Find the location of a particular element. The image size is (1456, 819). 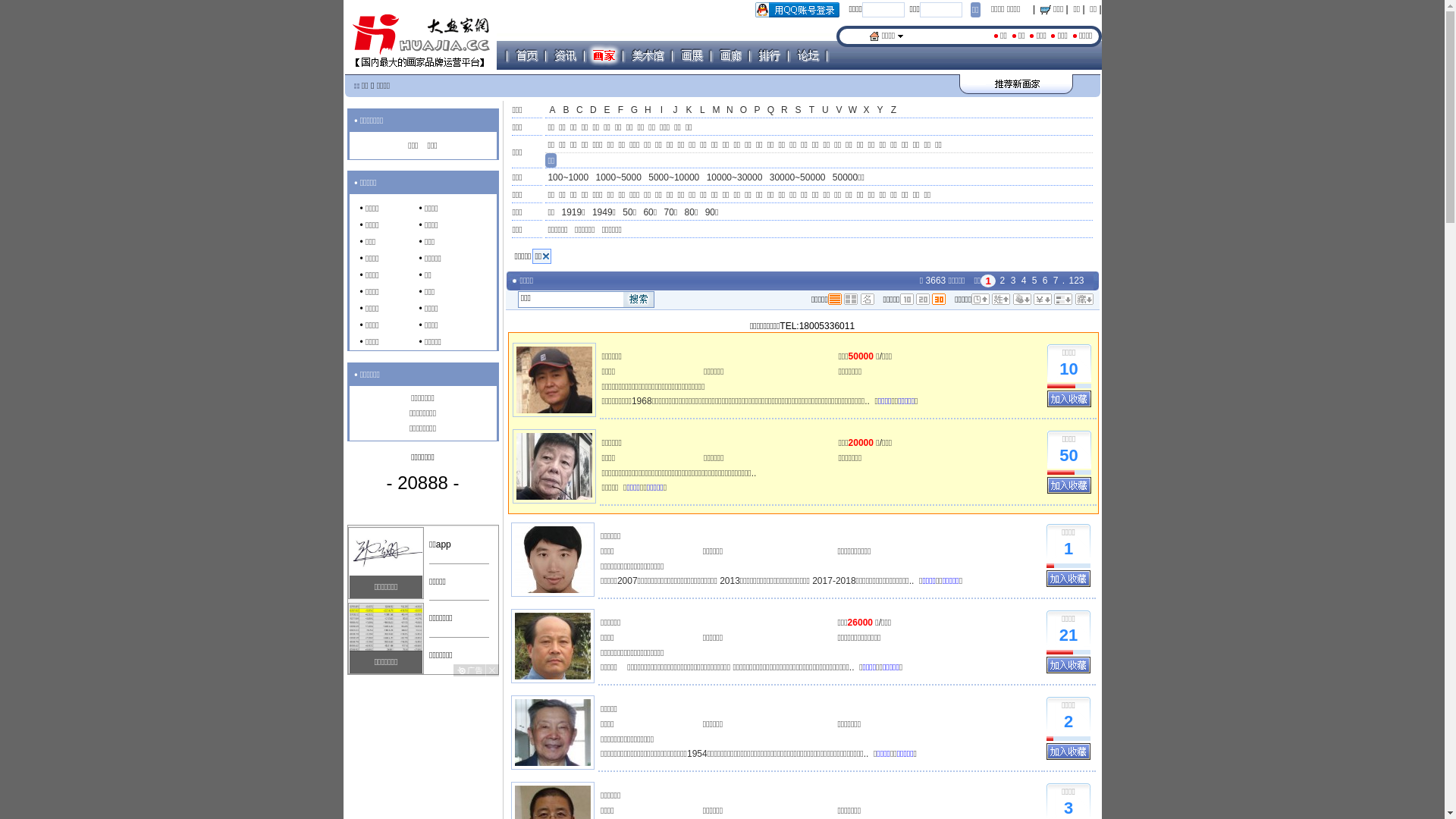

'N' is located at coordinates (729, 110).